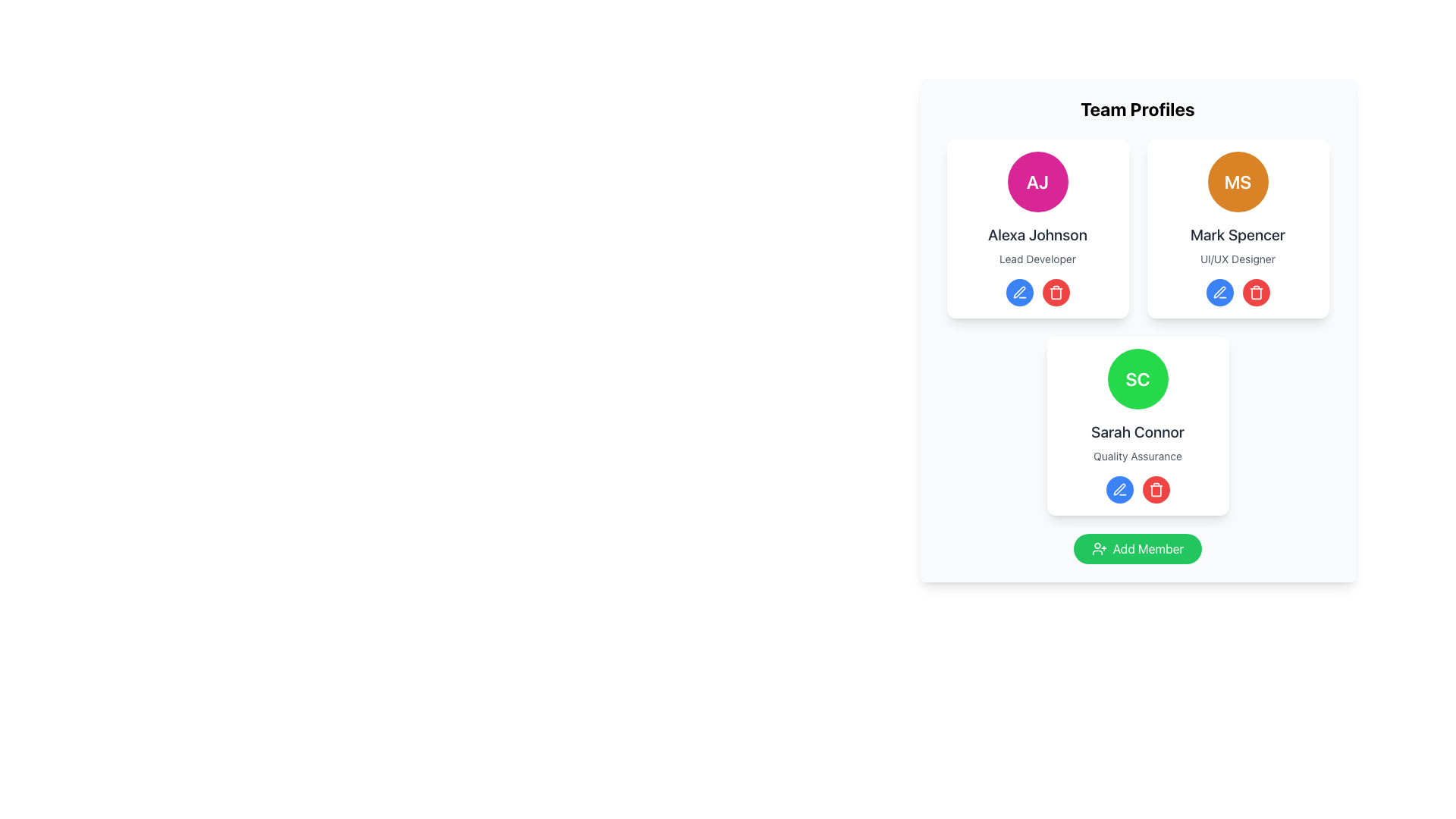  What do you see at coordinates (1137, 432) in the screenshot?
I see `the text label displaying 'Sarah Connor', which is centrally located in the profile card, positioned below the circular icon with 'SC' and above the text 'Quality Assurance'` at bounding box center [1137, 432].